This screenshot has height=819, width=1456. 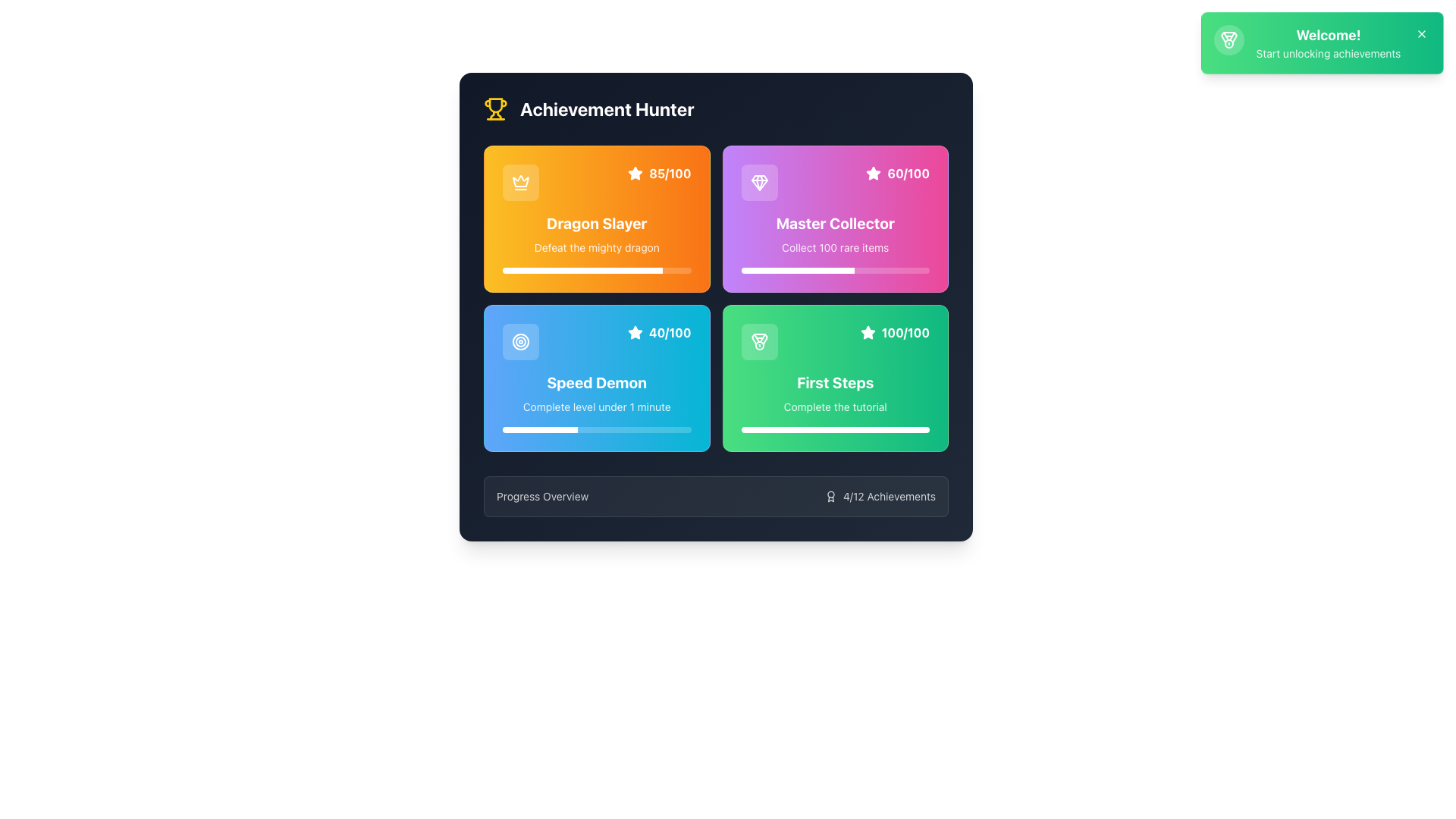 I want to click on informational text label located under the heading 'Welcome!' in the green notification card, so click(x=1328, y=52).